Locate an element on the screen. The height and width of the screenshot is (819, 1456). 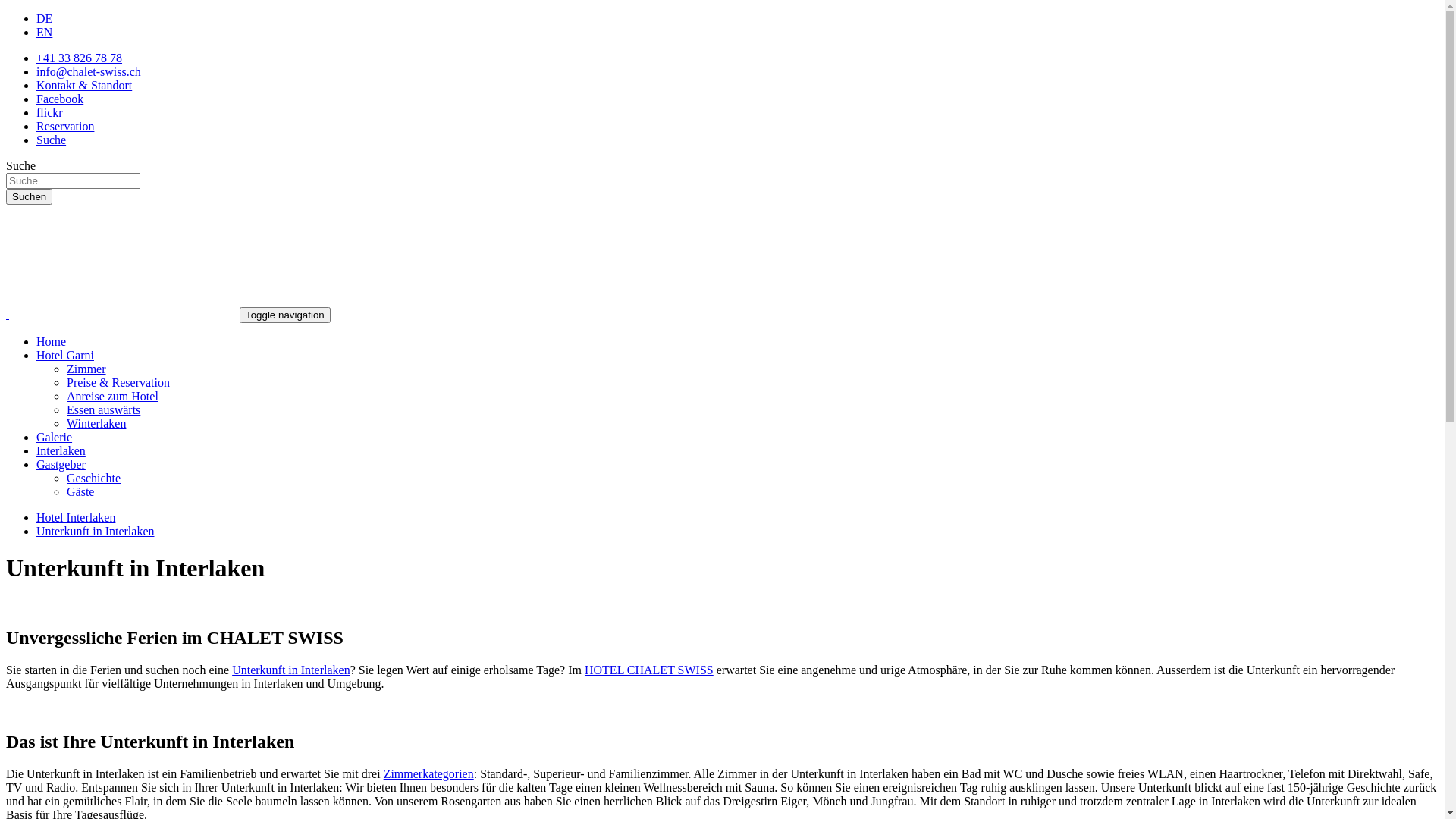
'Galerie' is located at coordinates (54, 437).